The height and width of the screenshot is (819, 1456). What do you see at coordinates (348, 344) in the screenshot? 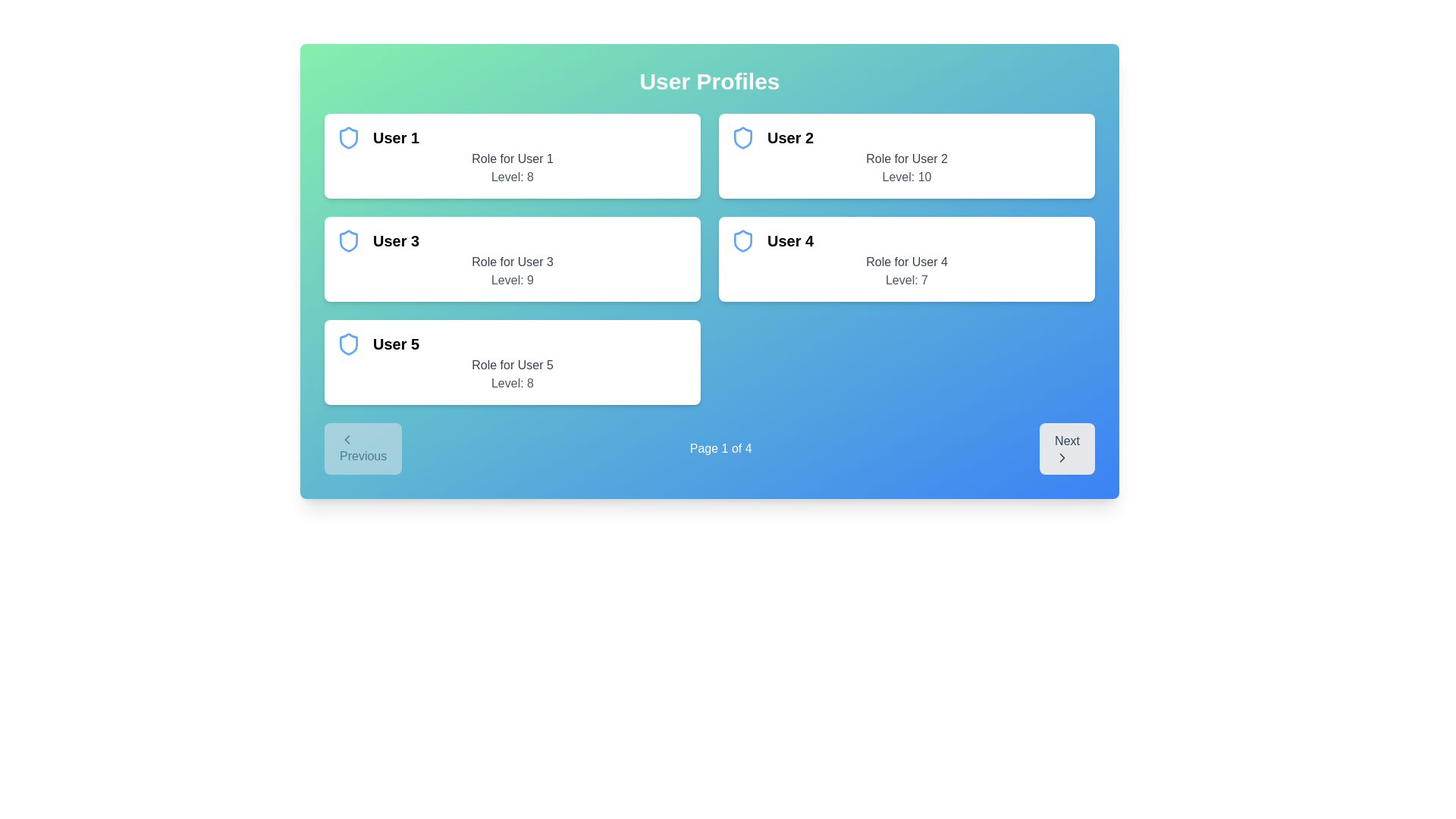
I see `the shield icon with a gradient blue color located within the 'User 5' card, positioned to the left of the text 'User 5'` at bounding box center [348, 344].